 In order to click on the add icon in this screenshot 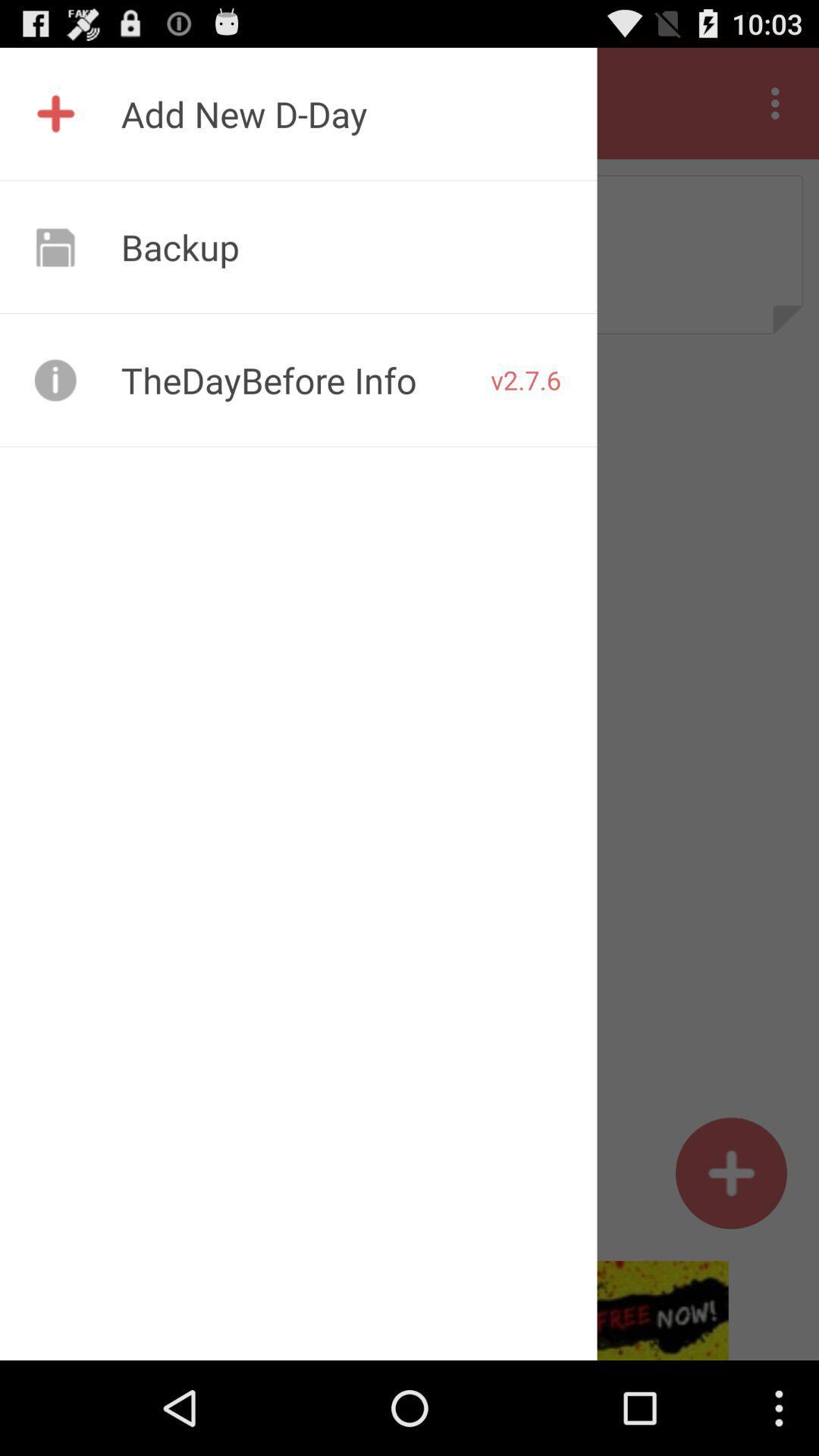, I will do `click(730, 1256)`.